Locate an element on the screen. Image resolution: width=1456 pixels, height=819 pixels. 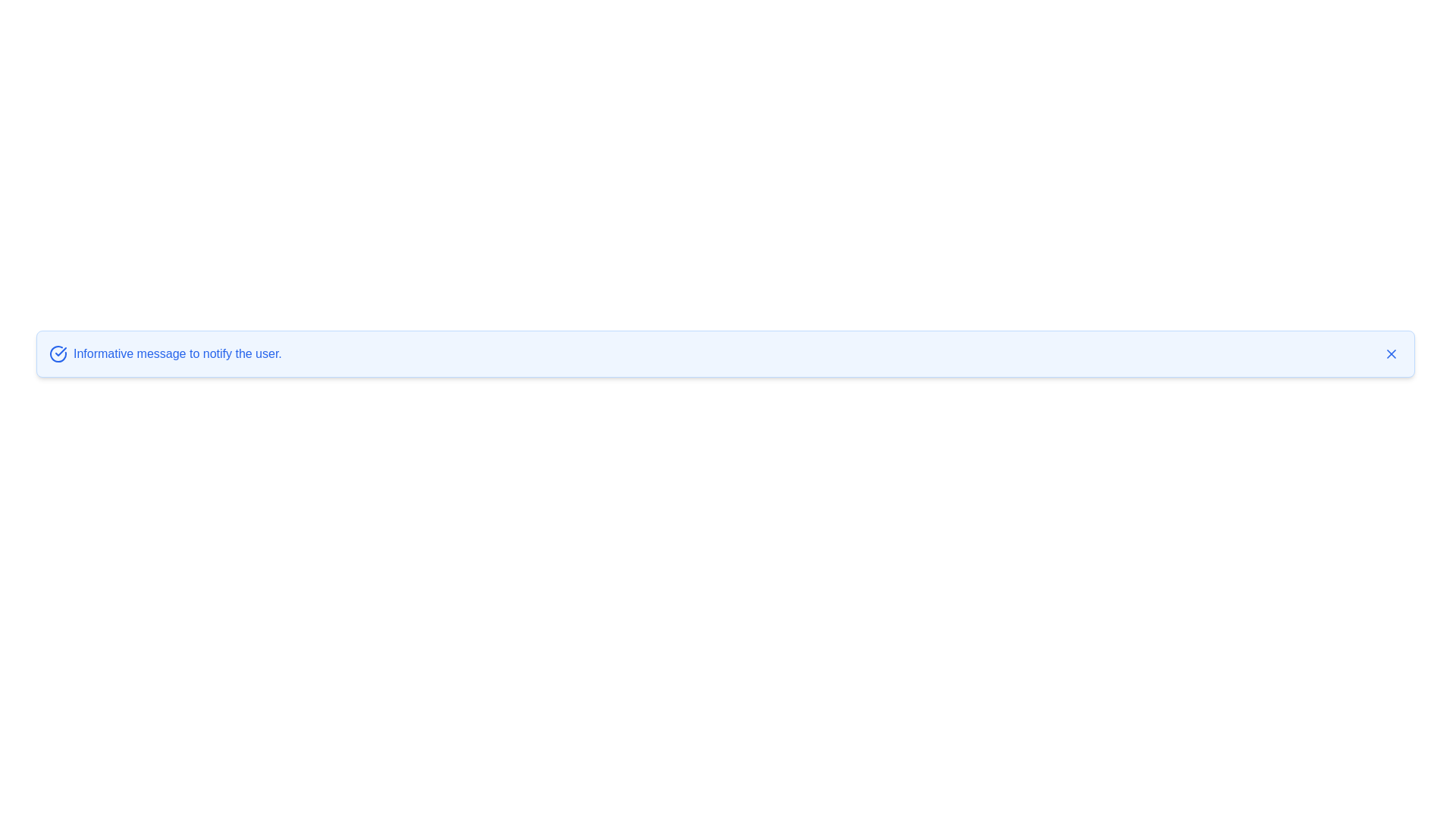
the Notification bar which has a light blue background and contains the message 'Informative message to notify the user.' is located at coordinates (724, 353).